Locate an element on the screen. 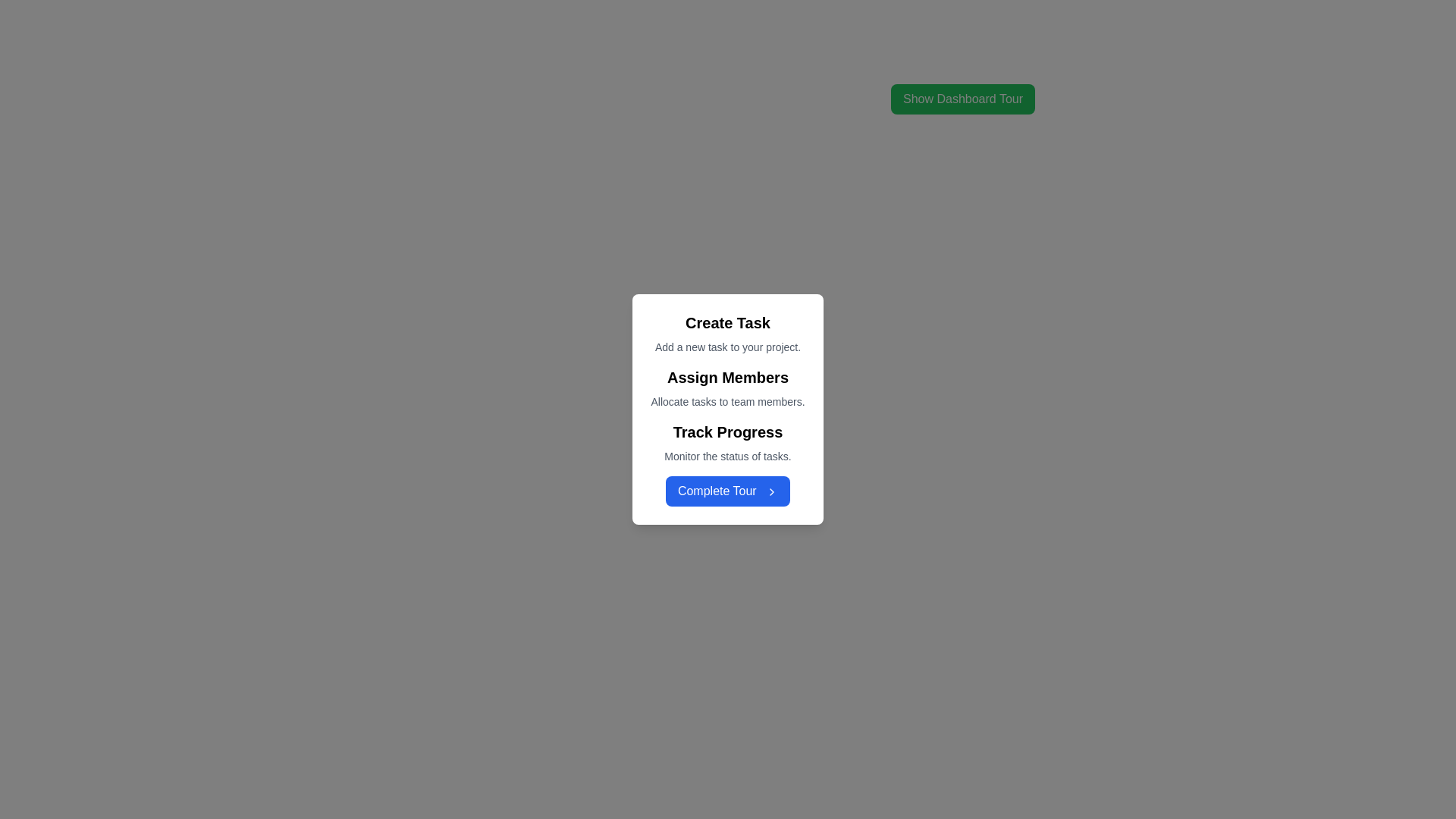 Image resolution: width=1456 pixels, height=819 pixels. the Informational Text Block titled 'Track Progress', which contains a bold title and a smaller gray text, located within a white rounded rectangle card as the third option in the list is located at coordinates (728, 442).